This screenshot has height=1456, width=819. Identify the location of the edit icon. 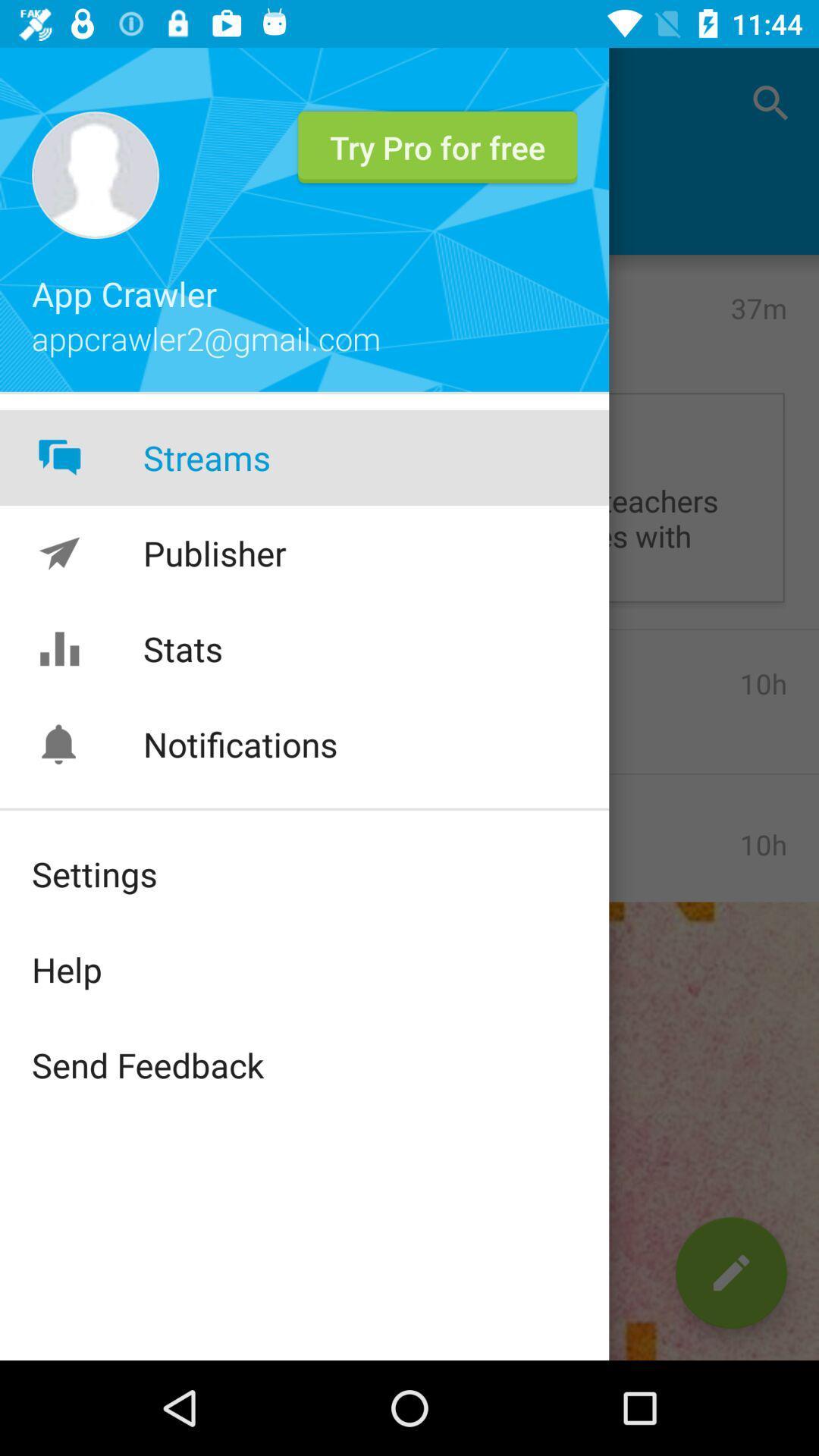
(730, 1272).